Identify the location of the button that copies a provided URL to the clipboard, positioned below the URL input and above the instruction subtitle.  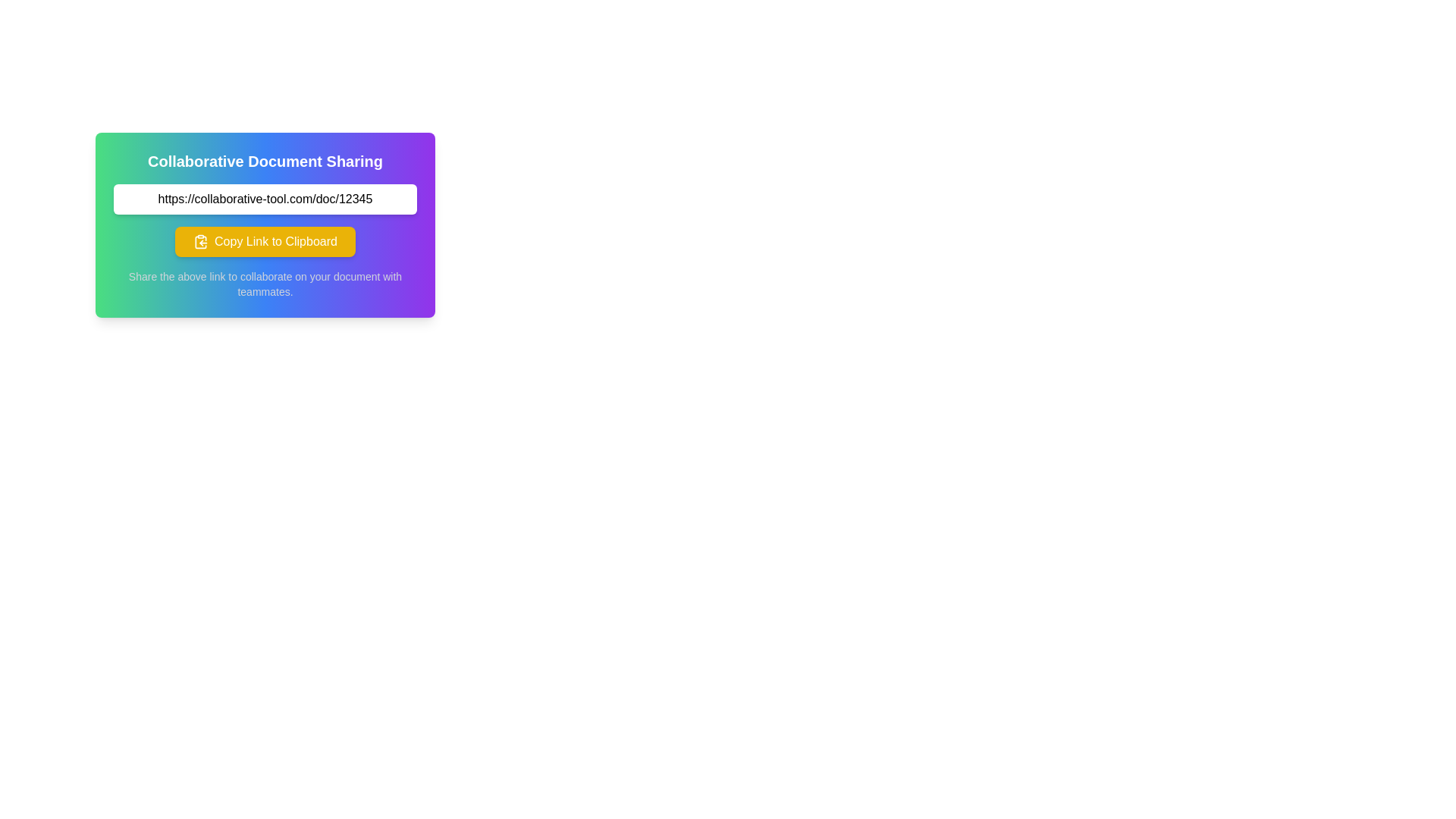
(265, 241).